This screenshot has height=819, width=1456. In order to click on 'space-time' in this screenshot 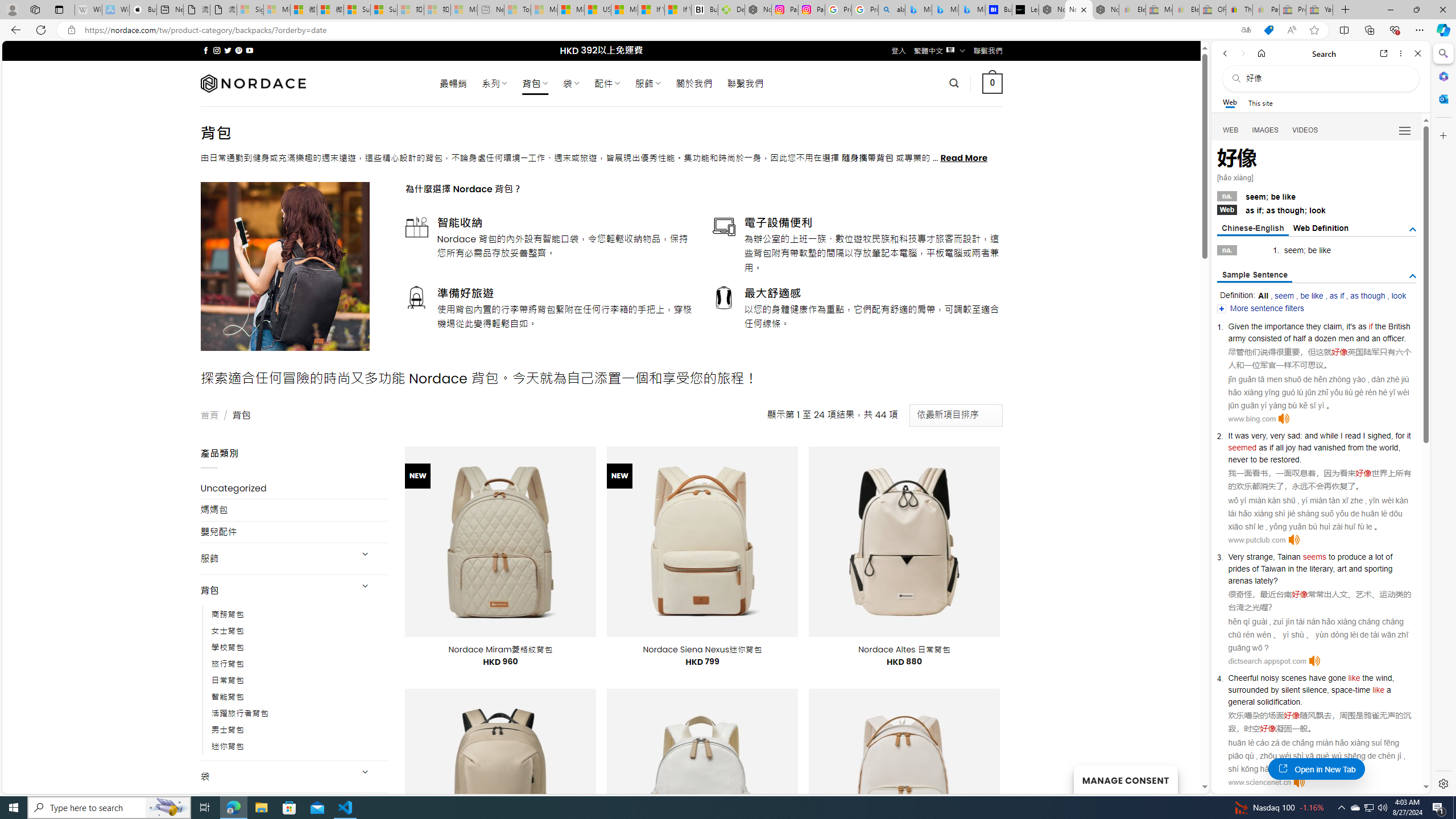, I will do `click(1350, 690)`.